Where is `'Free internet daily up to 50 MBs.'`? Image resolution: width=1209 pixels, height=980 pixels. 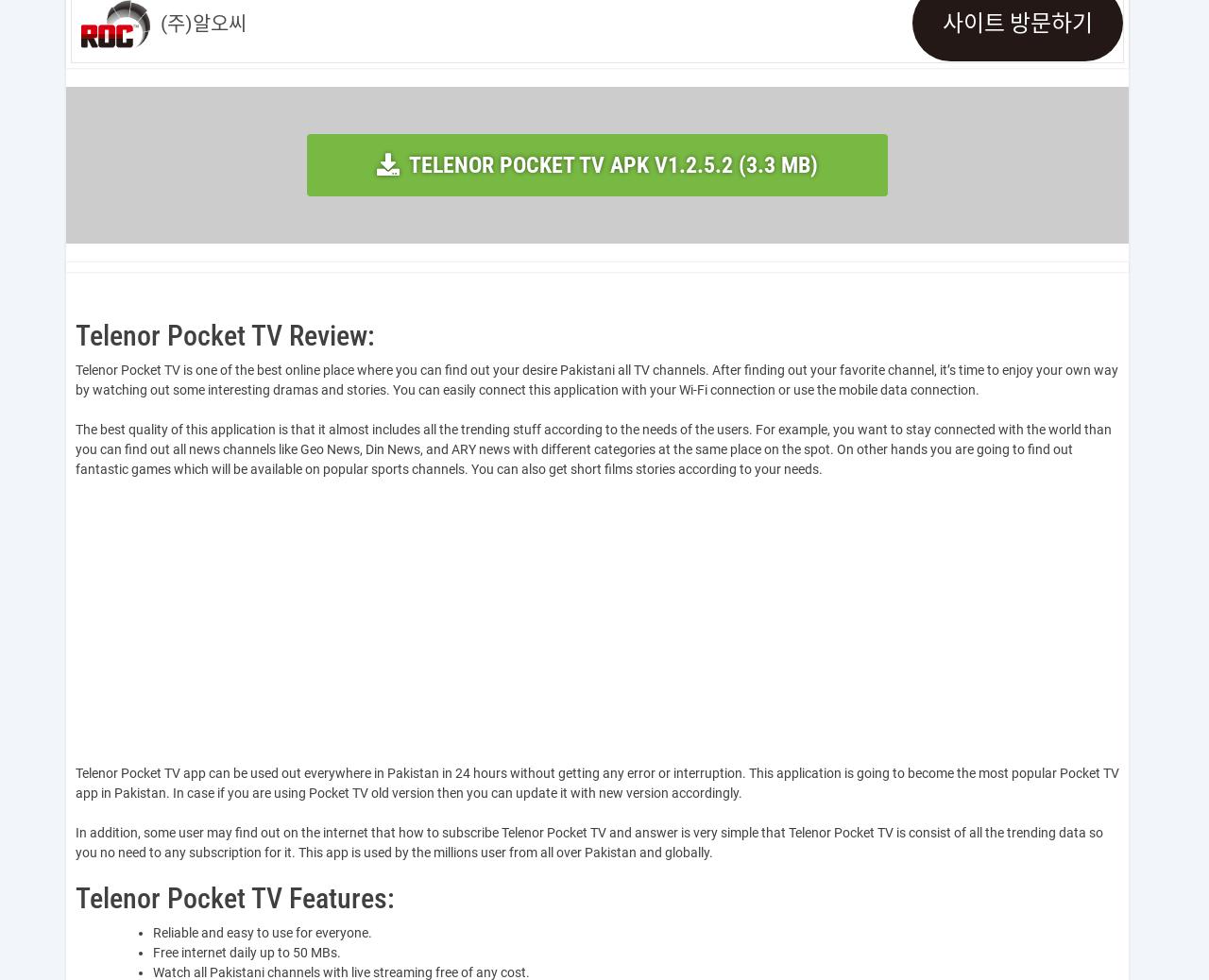
'Free internet daily up to 50 MBs.' is located at coordinates (246, 953).